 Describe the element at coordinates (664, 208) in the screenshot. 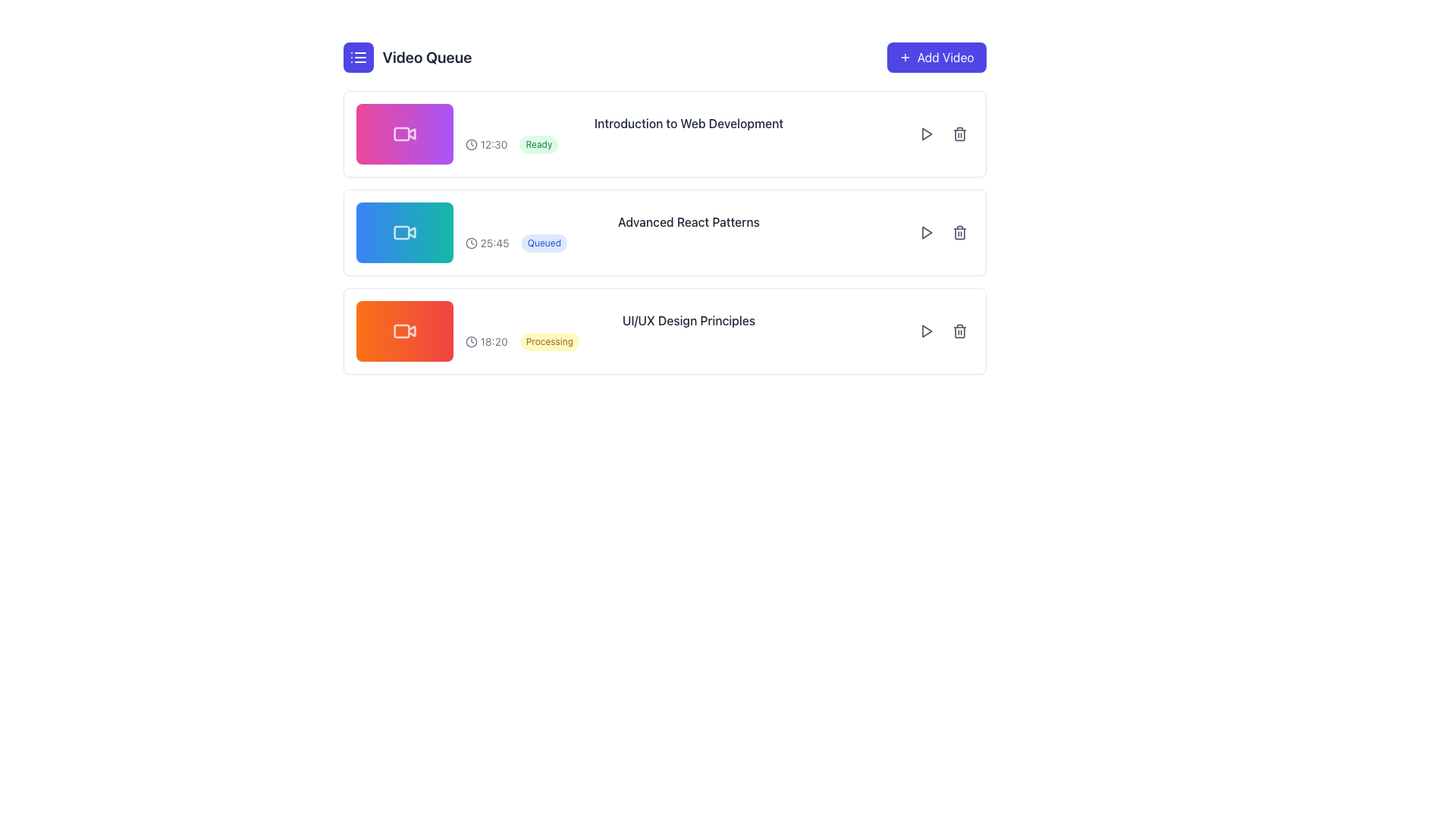

I see `the List item row that represents information about a specific video in the video queue list, positioned between 'Introduction to Web Development' and 'UI/UX Design Principles'` at that location.